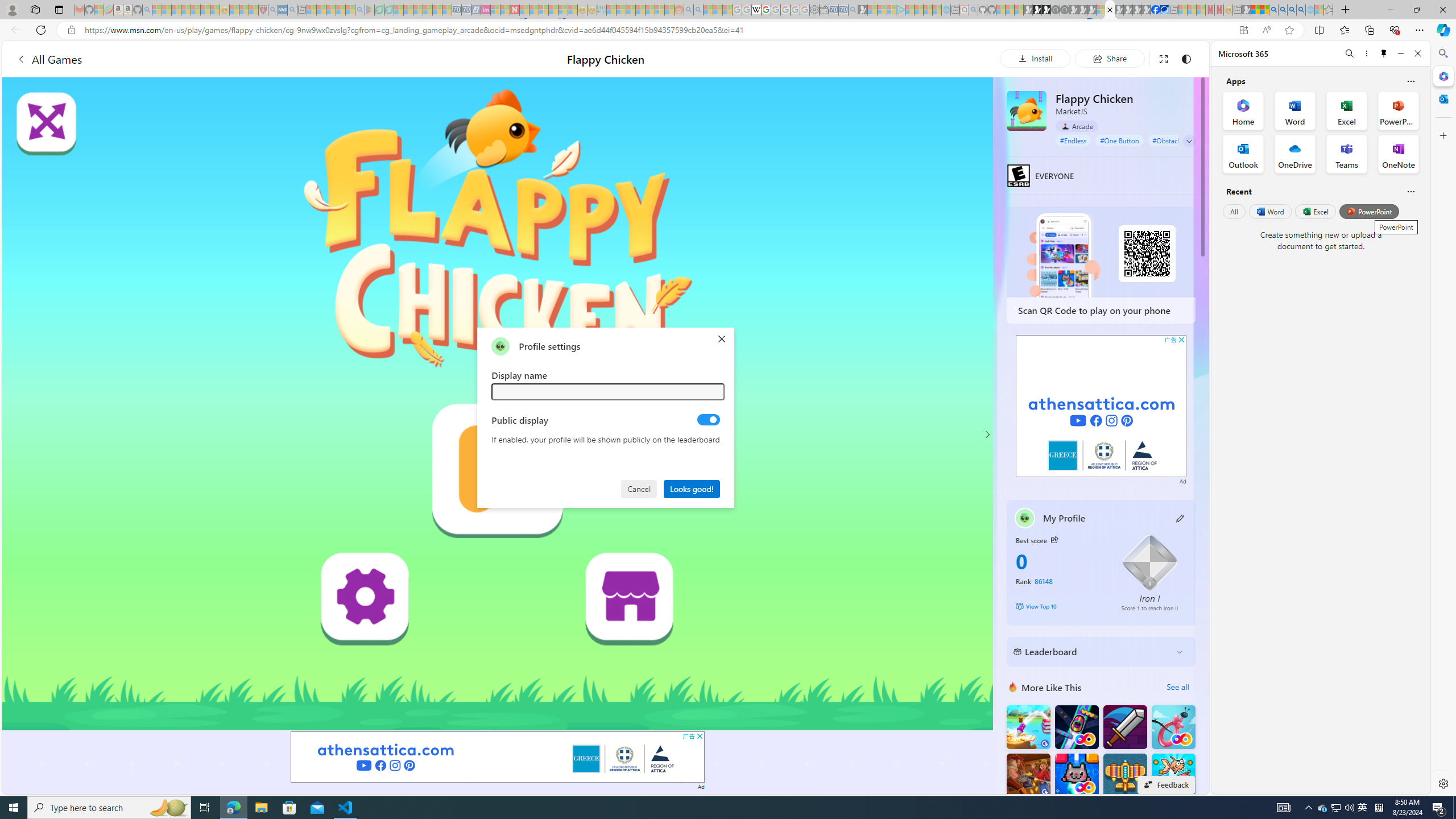 The width and height of the screenshot is (1456, 819). Describe the element at coordinates (1368, 211) in the screenshot. I see `'PowerPoint'` at that location.